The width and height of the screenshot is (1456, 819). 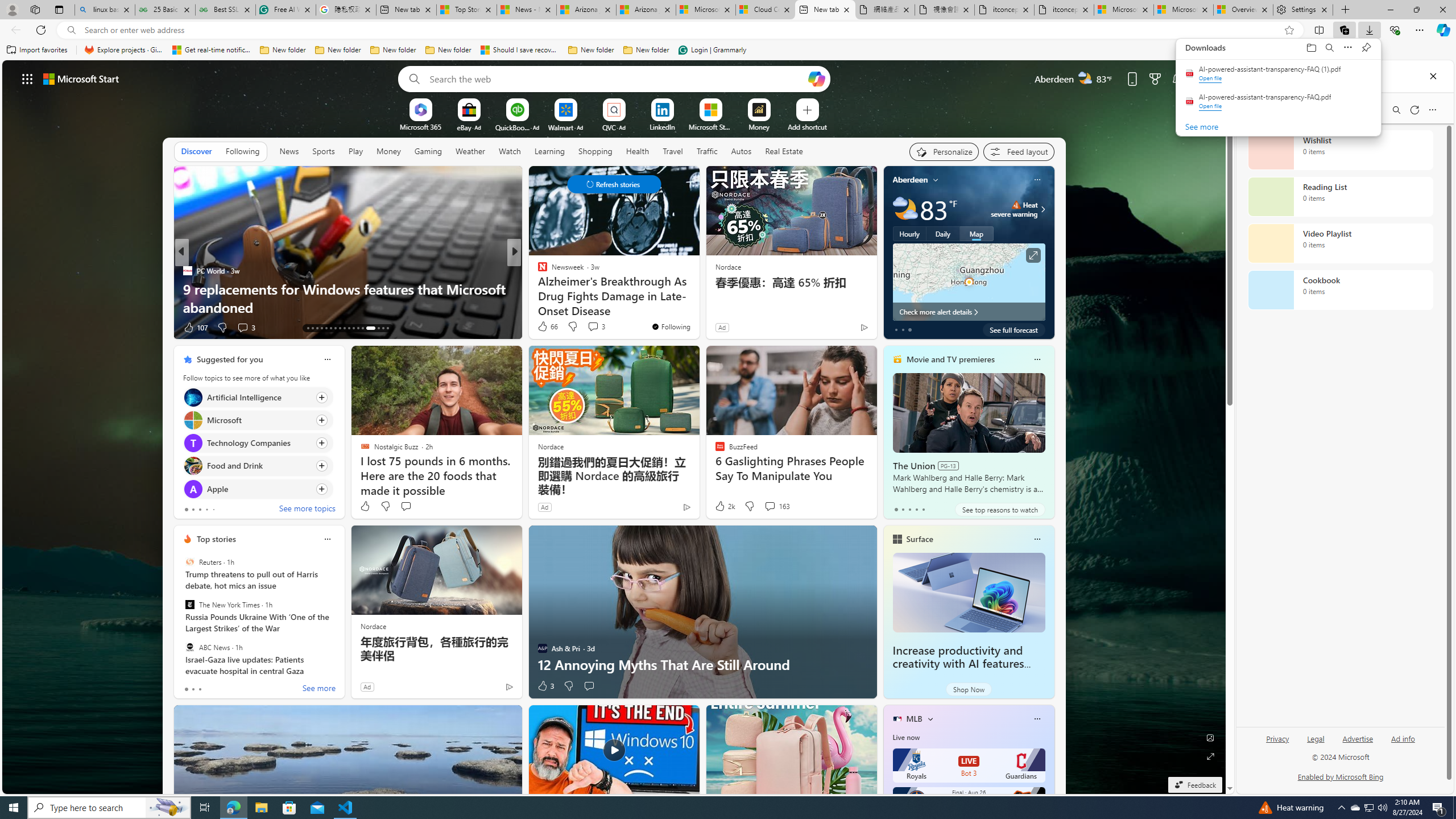 I want to click on 'Map', so click(x=976, y=233).